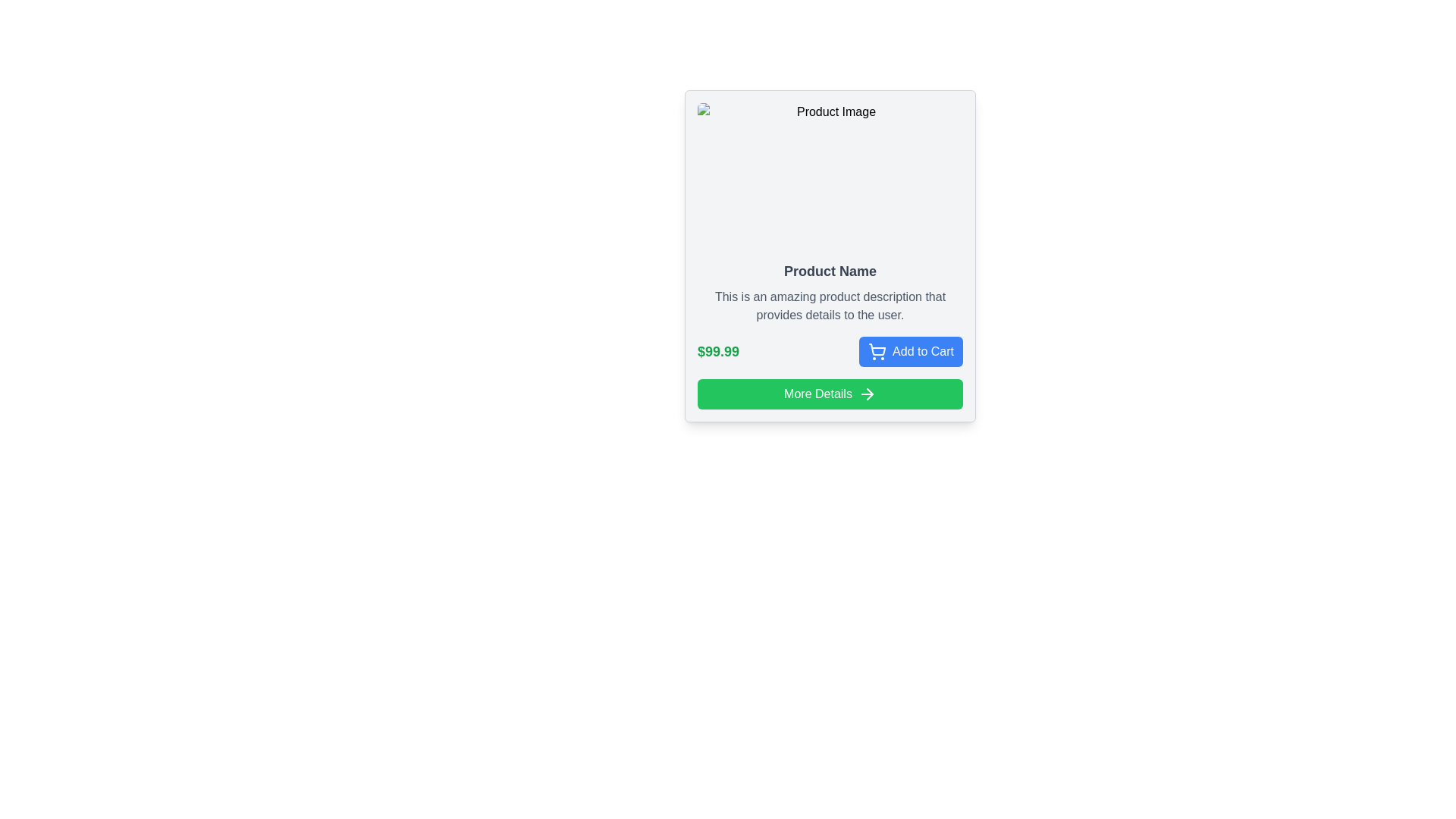  I want to click on the bold, dark gray header text labeled 'Product Name', which is prominently displayed in a larger font size within the product card layout, so click(829, 271).